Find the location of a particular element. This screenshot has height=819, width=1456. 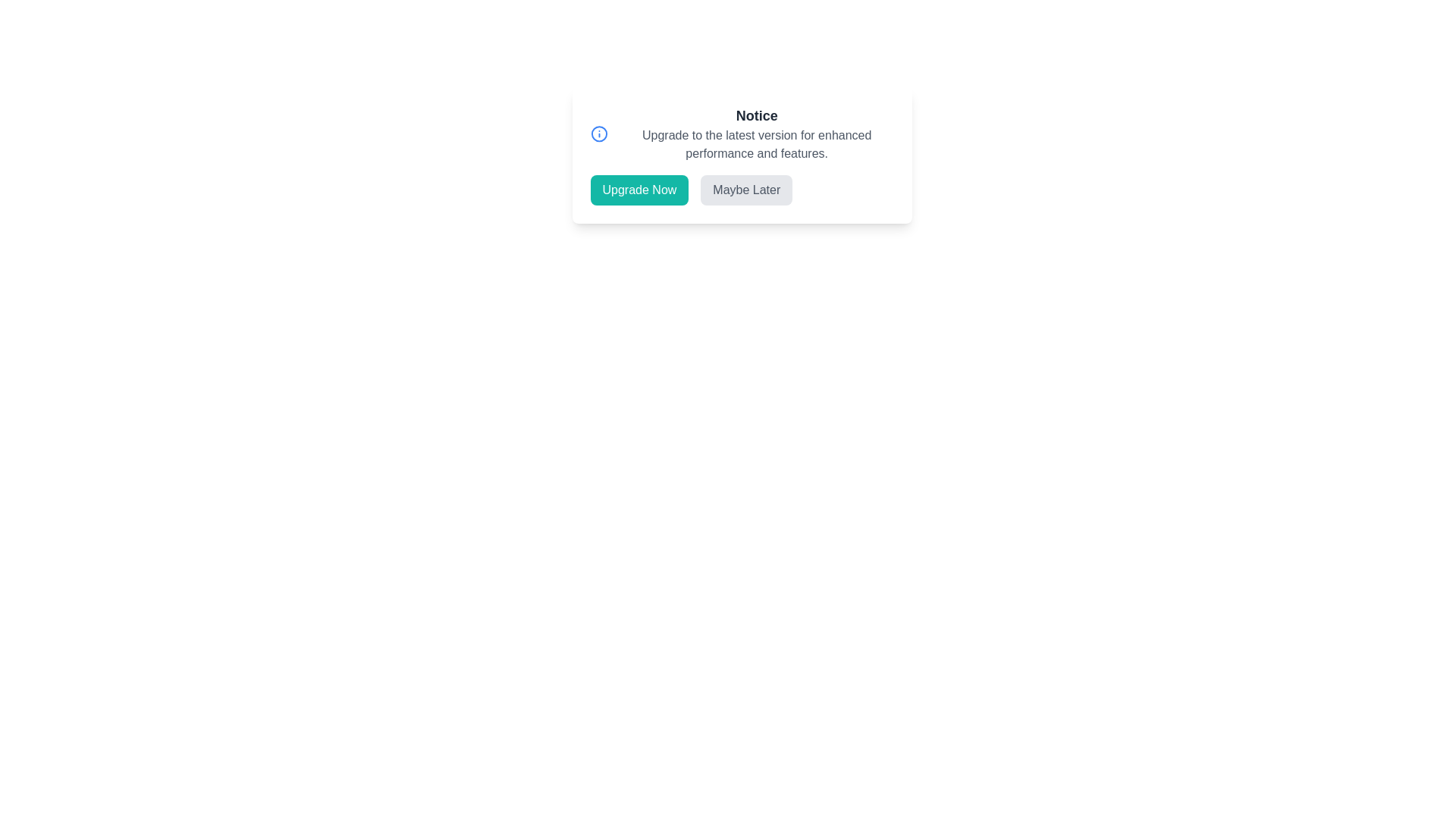

the 'Notice' label, which is prominently styled and located at the top of the card interface is located at coordinates (757, 115).